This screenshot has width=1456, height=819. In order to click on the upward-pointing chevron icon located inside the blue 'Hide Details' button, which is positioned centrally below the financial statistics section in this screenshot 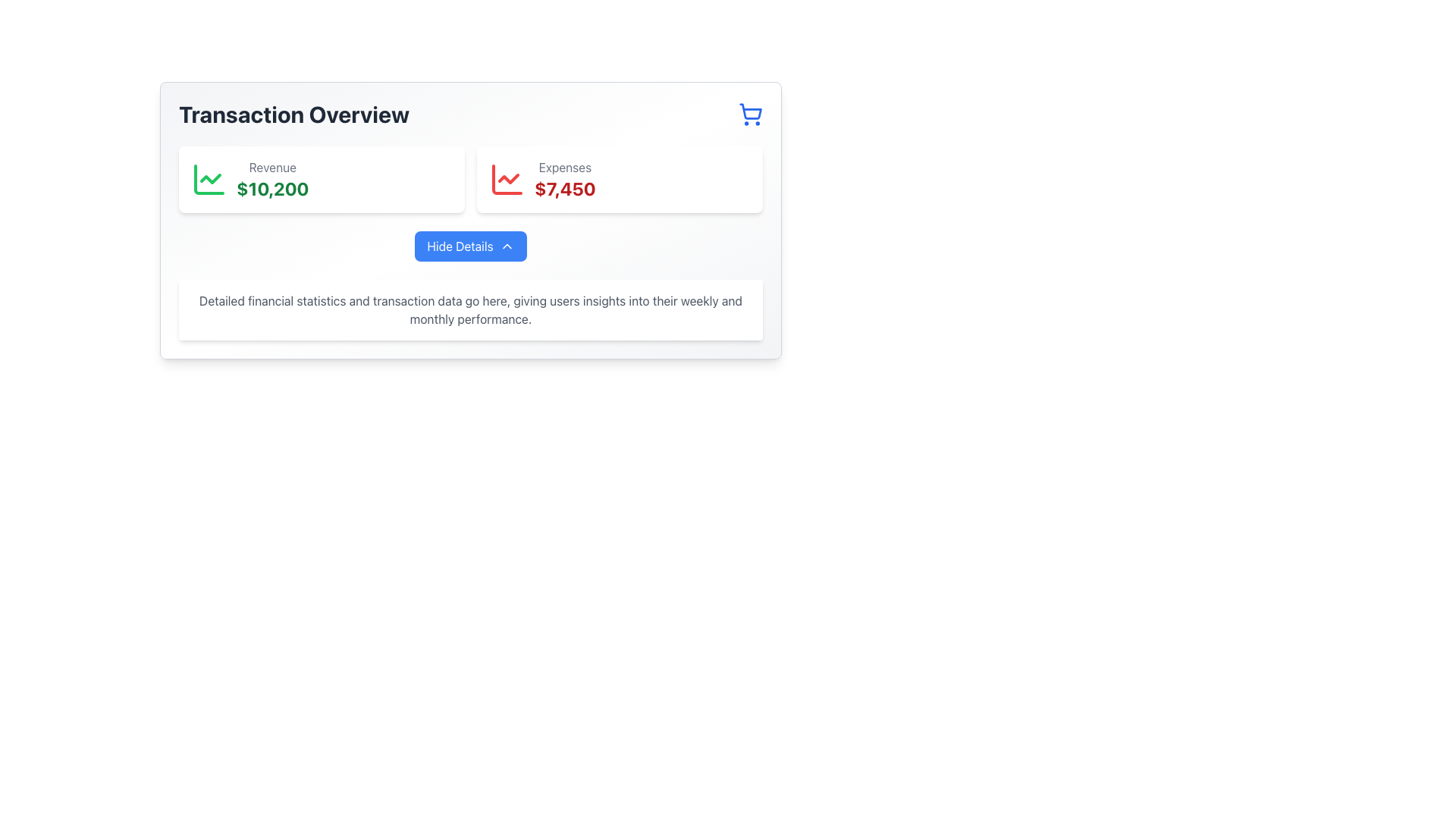, I will do `click(507, 245)`.